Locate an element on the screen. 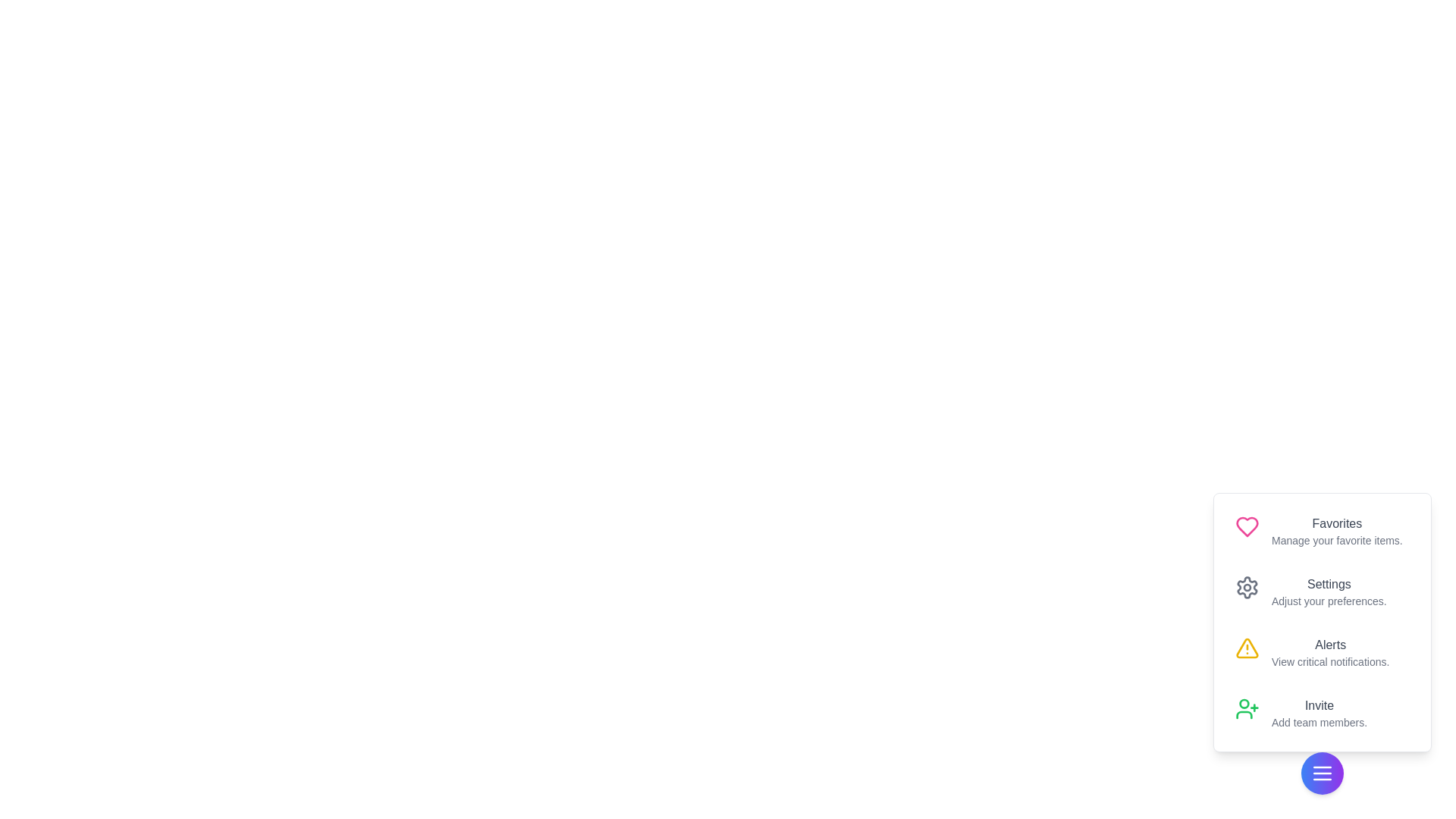  the button at the bottom right corner to toggle the menu's visibility is located at coordinates (1321, 773).